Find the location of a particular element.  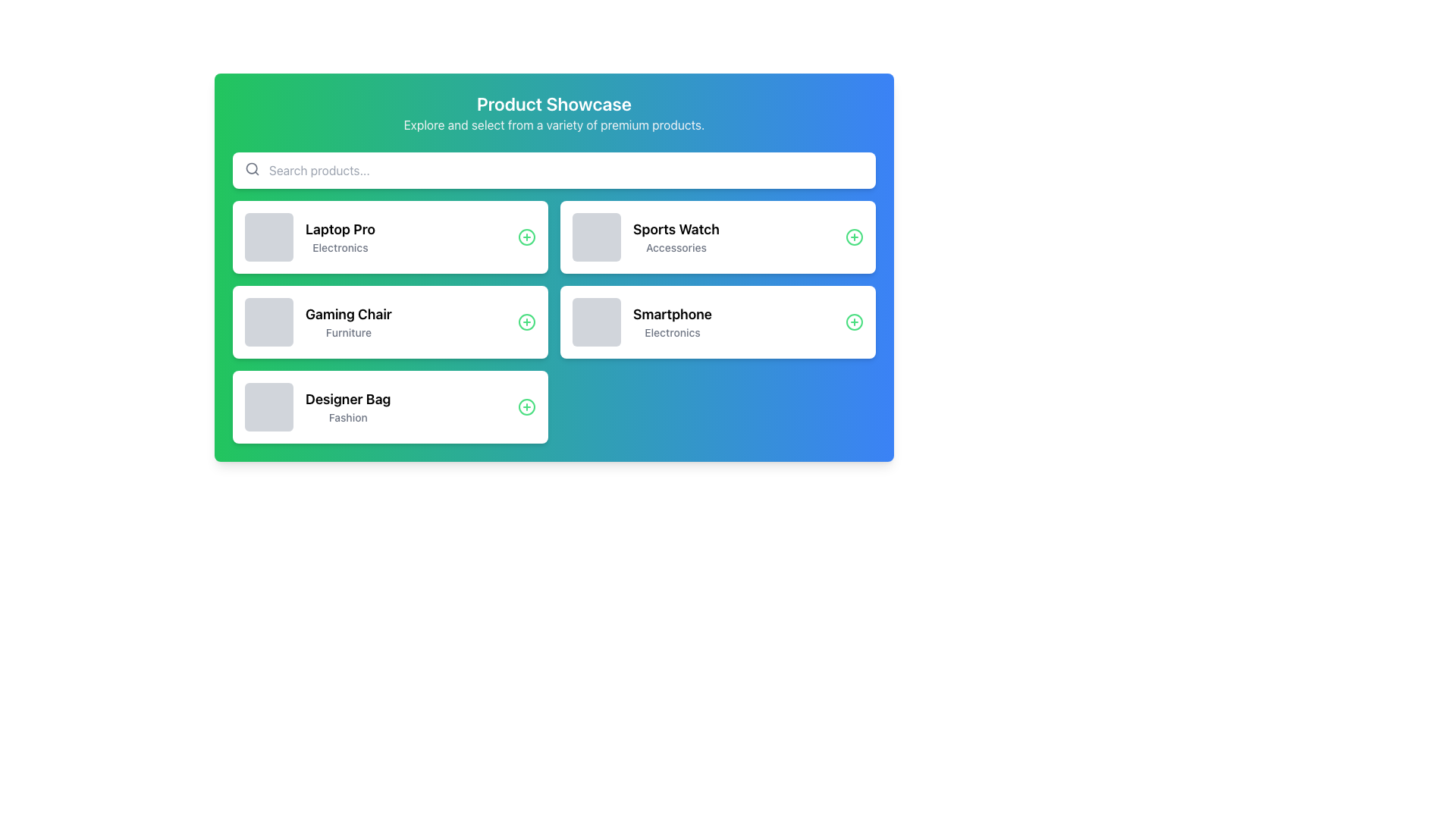

text content of the text label component displaying 'Gaming Chair' and 'Furniture' located in the second item of the left column in the grid layout is located at coordinates (347, 321).